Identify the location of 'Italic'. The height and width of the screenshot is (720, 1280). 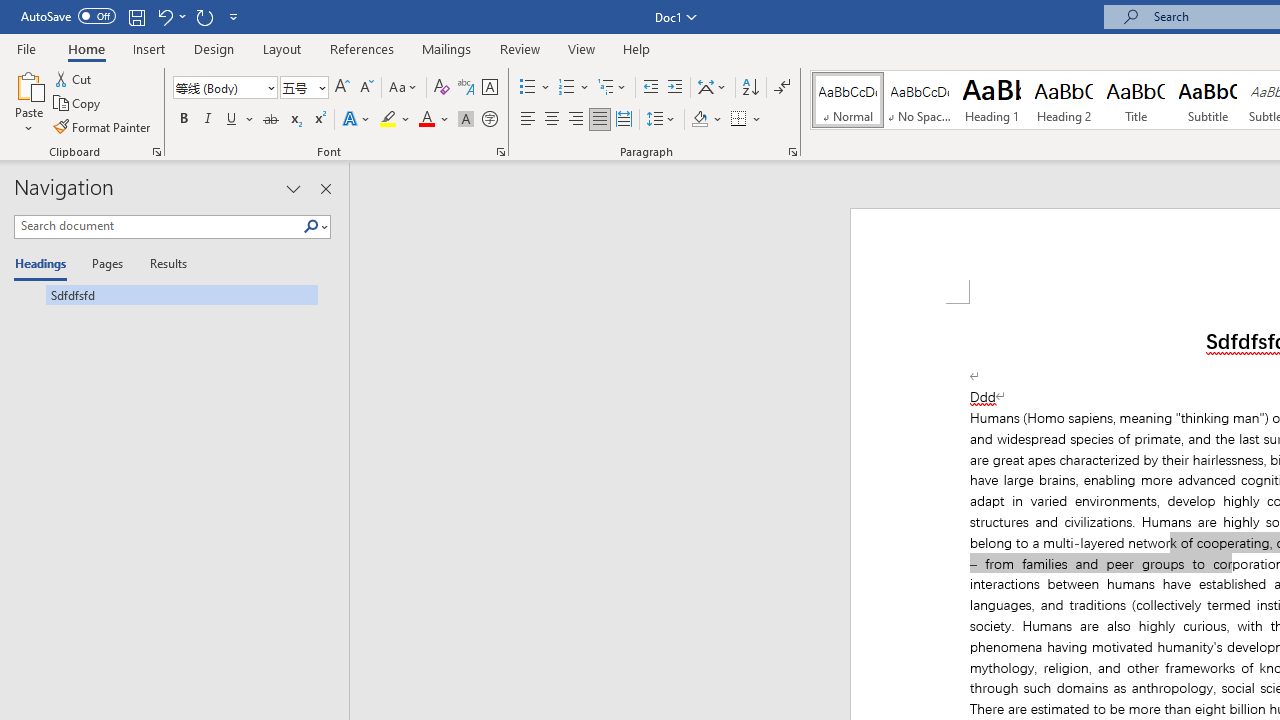
(208, 119).